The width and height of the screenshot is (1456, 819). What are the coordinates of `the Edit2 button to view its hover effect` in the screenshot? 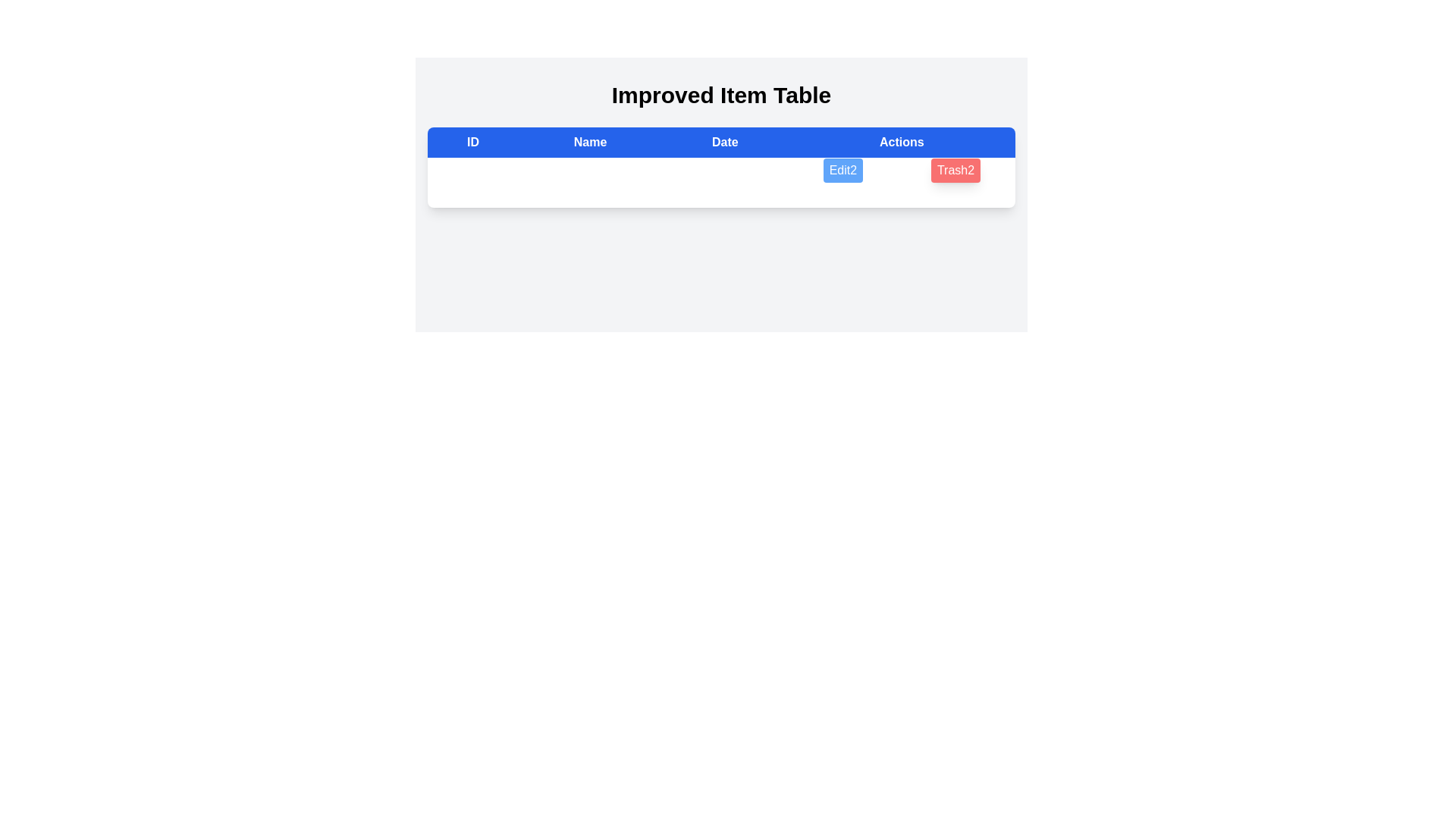 It's located at (842, 170).